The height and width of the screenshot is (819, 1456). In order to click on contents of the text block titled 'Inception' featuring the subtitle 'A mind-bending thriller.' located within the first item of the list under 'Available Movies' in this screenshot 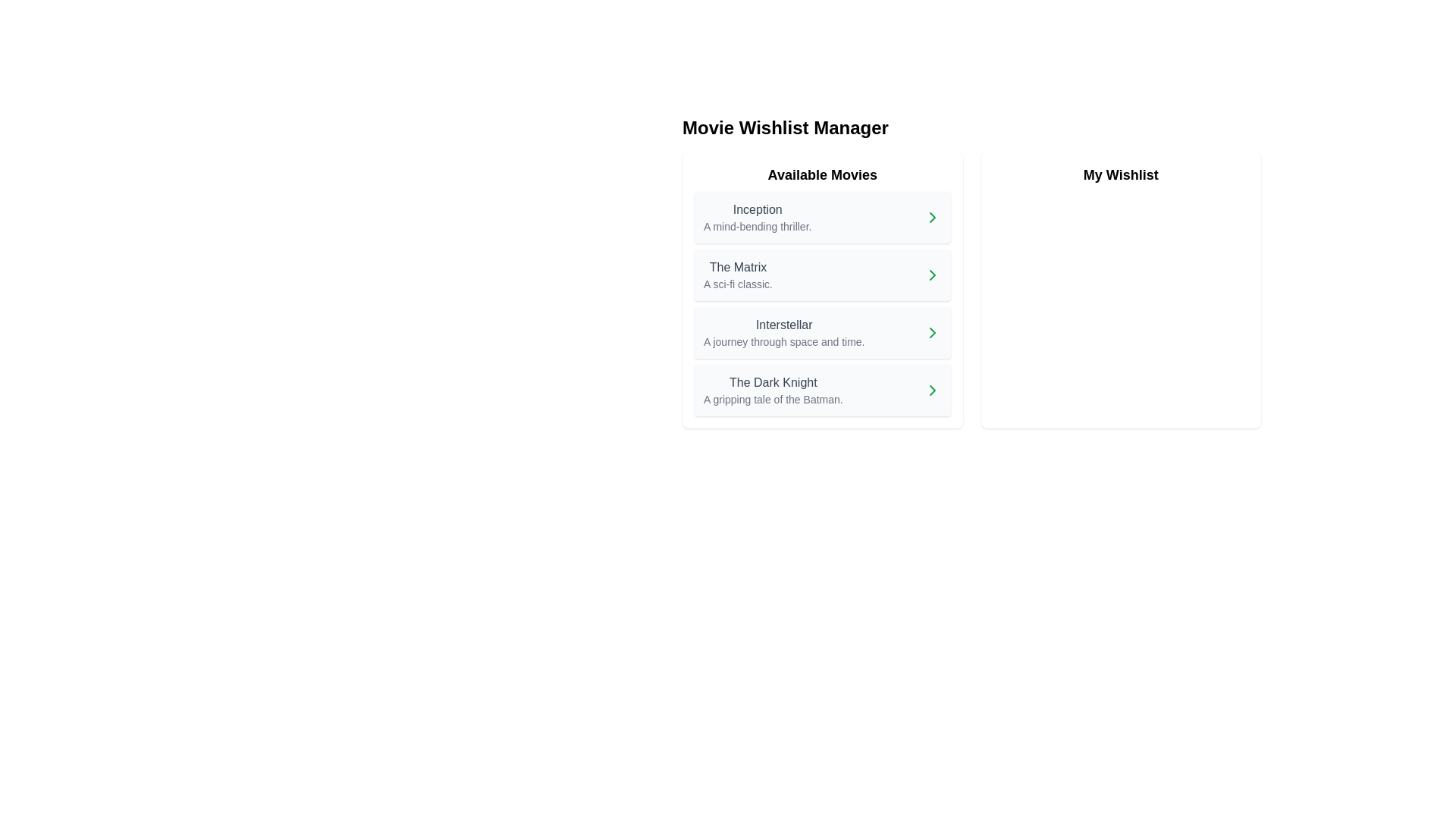, I will do `click(758, 217)`.